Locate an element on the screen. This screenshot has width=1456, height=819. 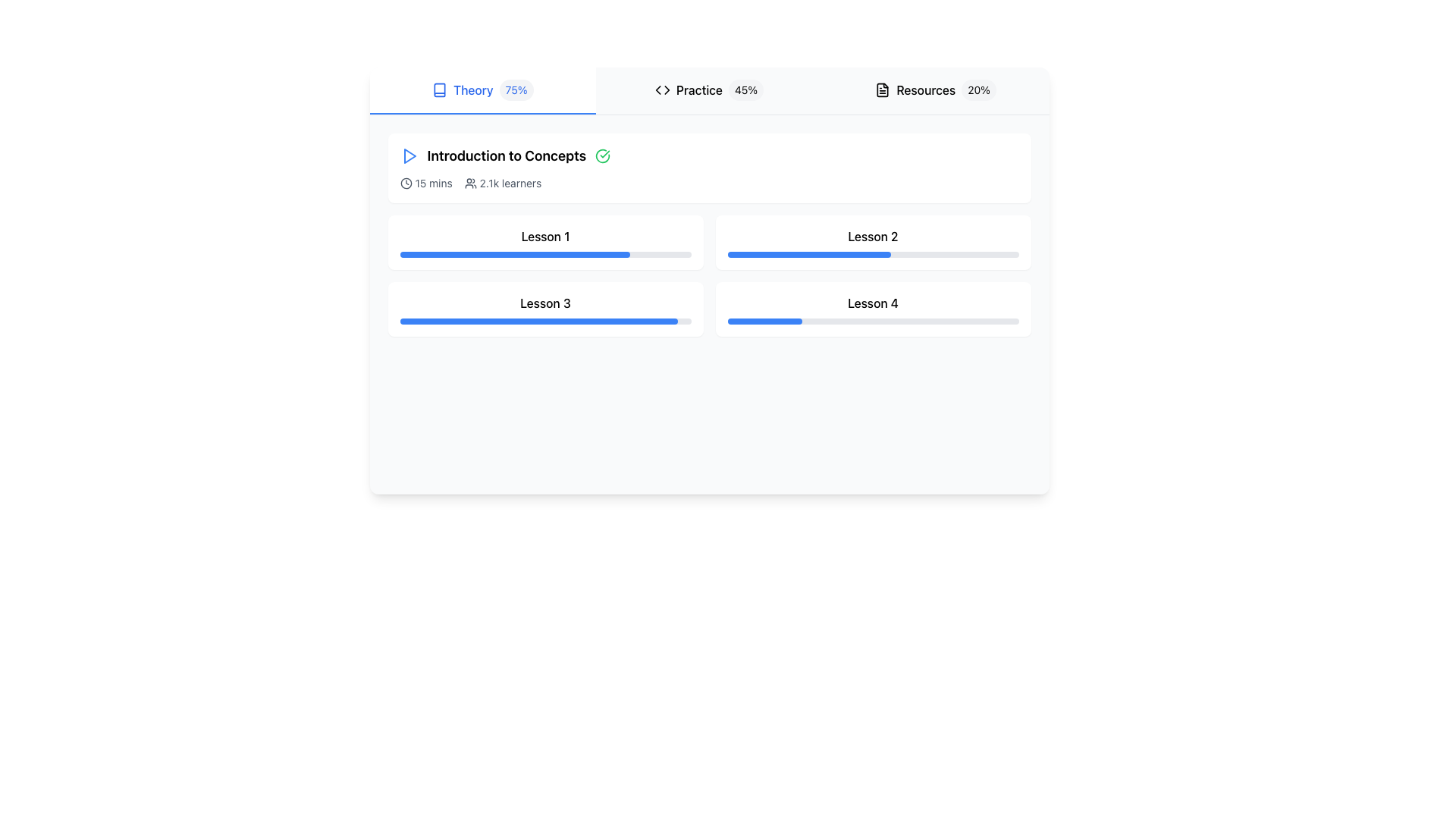
the SVG icon representing the 'Theory' section, which is positioned immediately to the left of the text labeled 'Theory', to interact with it is located at coordinates (439, 90).